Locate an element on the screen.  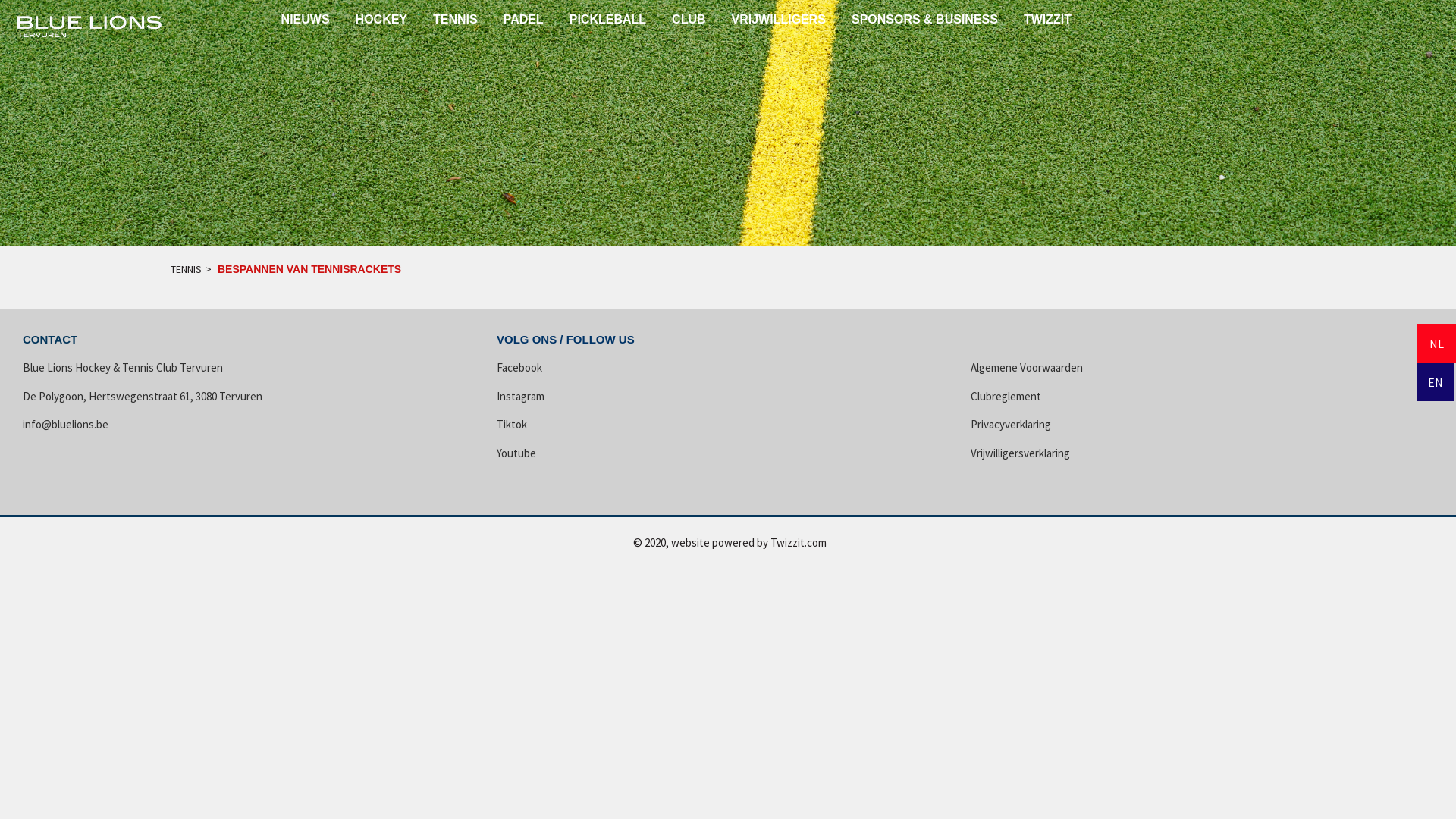
'TWIZZIT' is located at coordinates (1023, 20).